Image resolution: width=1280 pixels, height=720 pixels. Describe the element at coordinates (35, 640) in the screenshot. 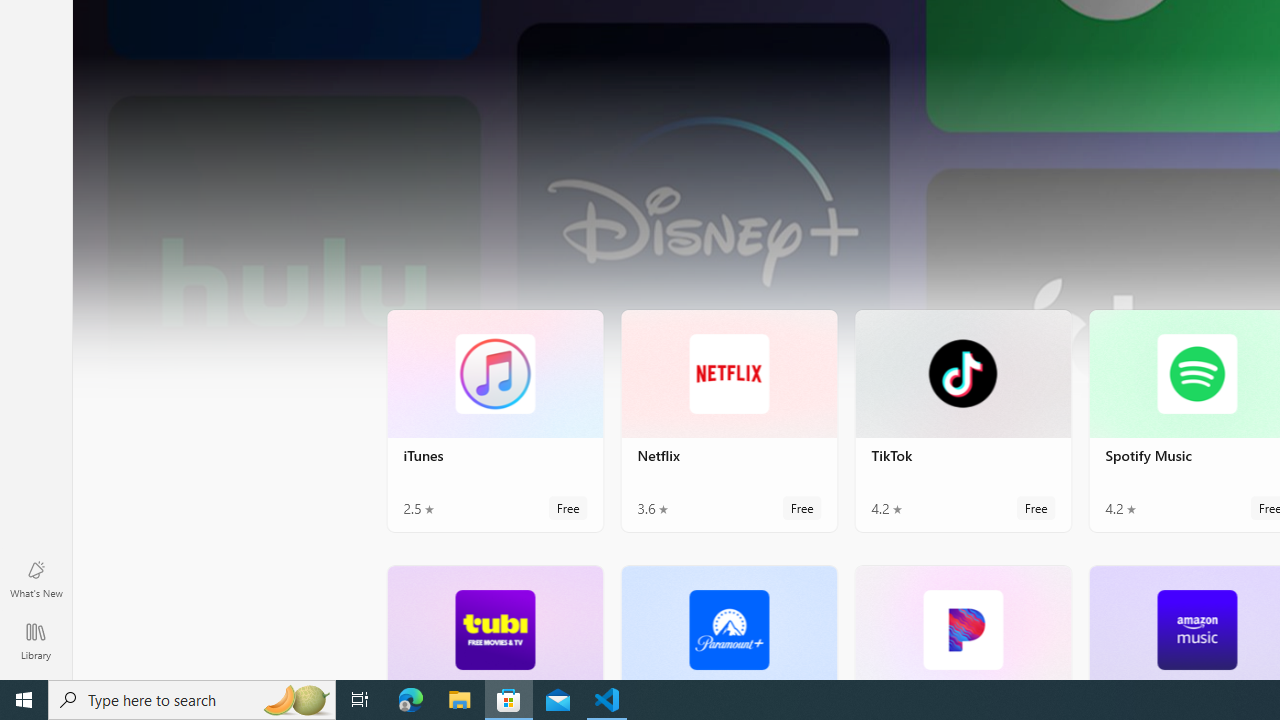

I see `'Library'` at that location.